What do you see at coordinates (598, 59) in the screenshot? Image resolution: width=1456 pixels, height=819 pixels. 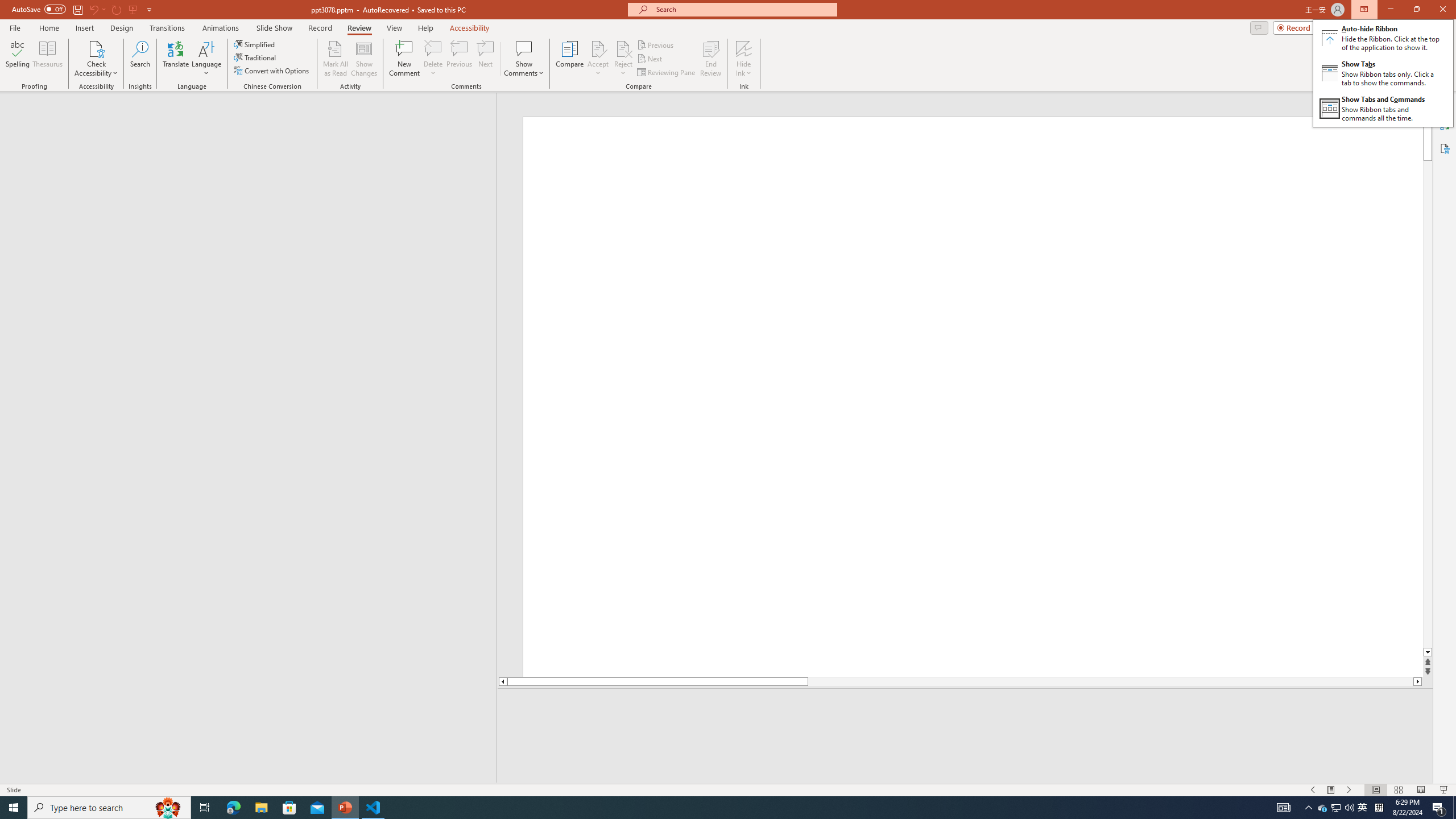 I see `'Accept'` at bounding box center [598, 59].